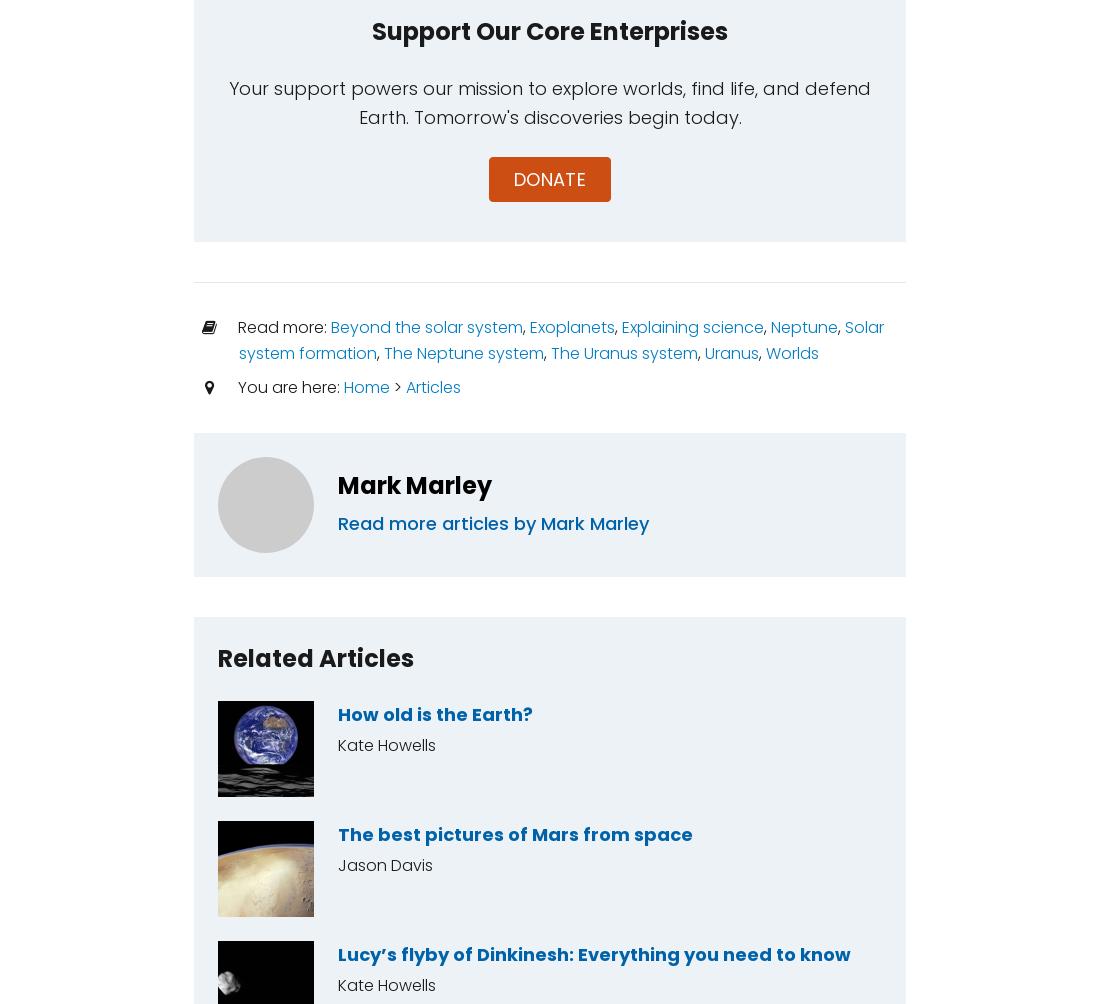 The width and height of the screenshot is (1100, 1004). I want to click on 'Read more:', so click(280, 326).